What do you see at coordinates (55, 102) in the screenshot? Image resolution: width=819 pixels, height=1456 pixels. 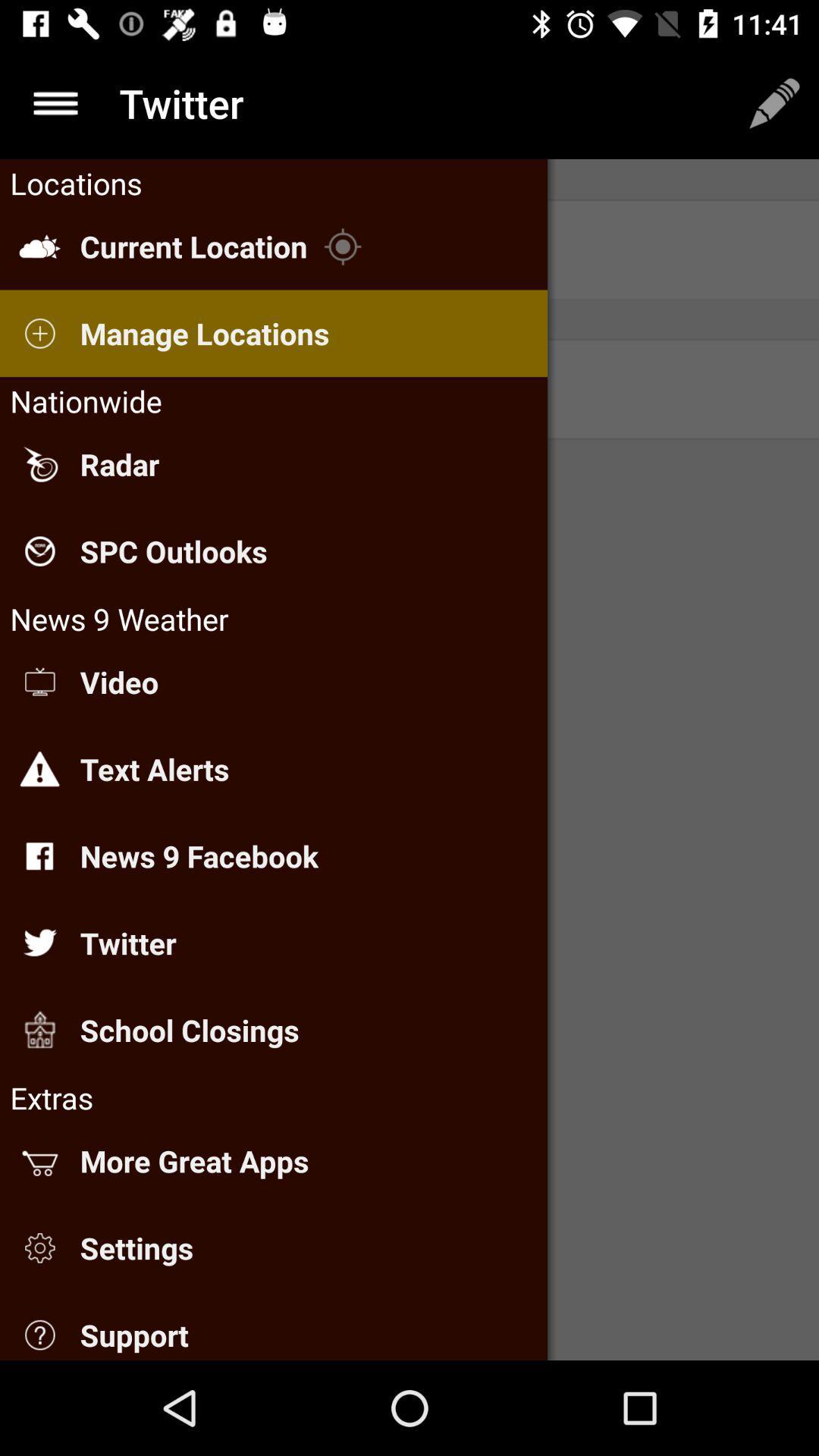 I see `the menu icon` at bounding box center [55, 102].